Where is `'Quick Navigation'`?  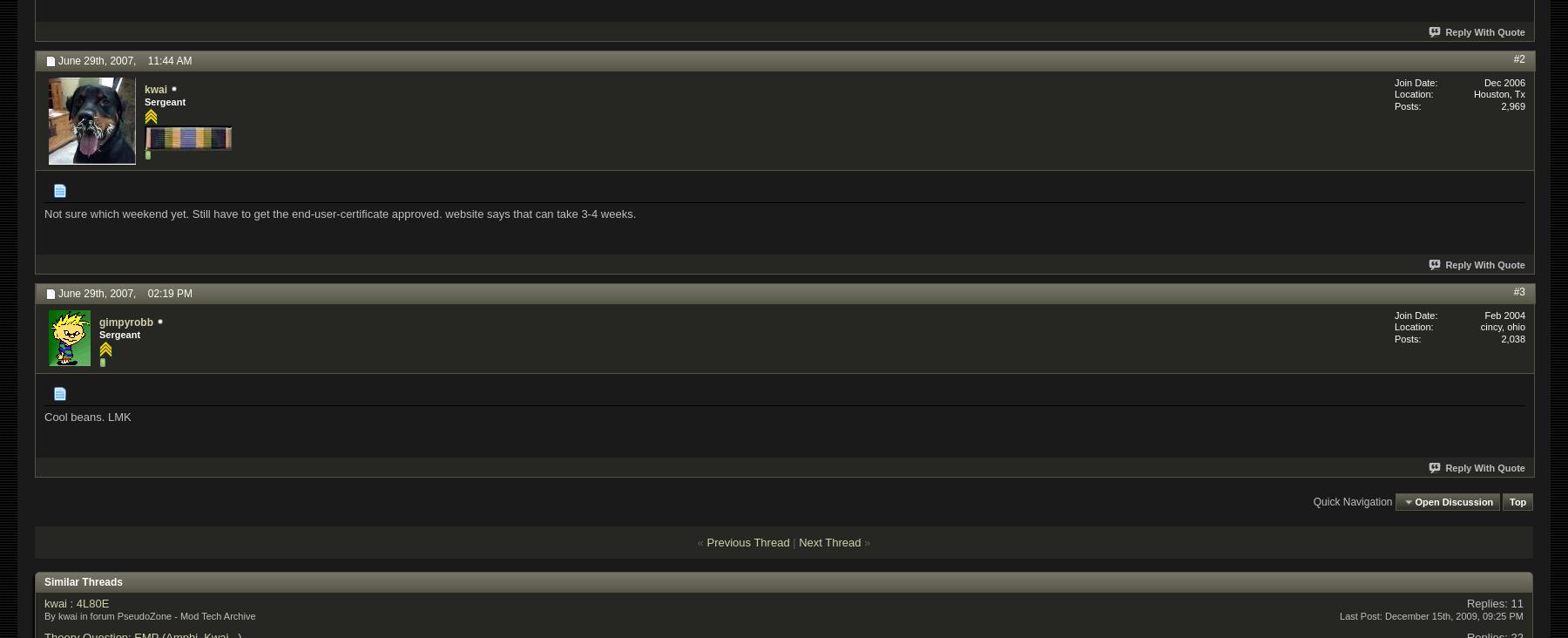 'Quick Navigation' is located at coordinates (1352, 501).